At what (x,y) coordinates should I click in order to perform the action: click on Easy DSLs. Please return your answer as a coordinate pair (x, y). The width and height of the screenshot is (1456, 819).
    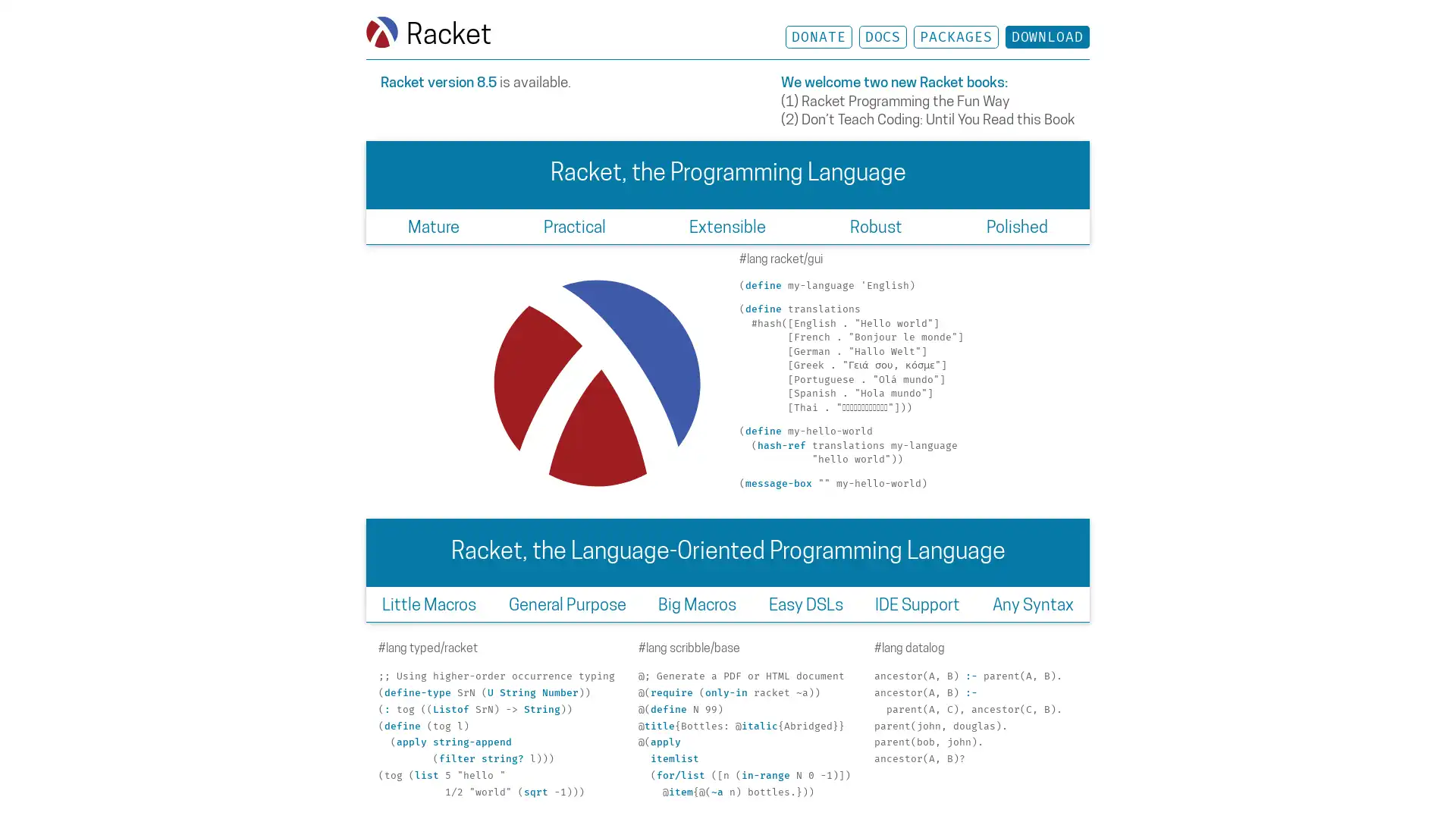
    Looking at the image, I should click on (805, 603).